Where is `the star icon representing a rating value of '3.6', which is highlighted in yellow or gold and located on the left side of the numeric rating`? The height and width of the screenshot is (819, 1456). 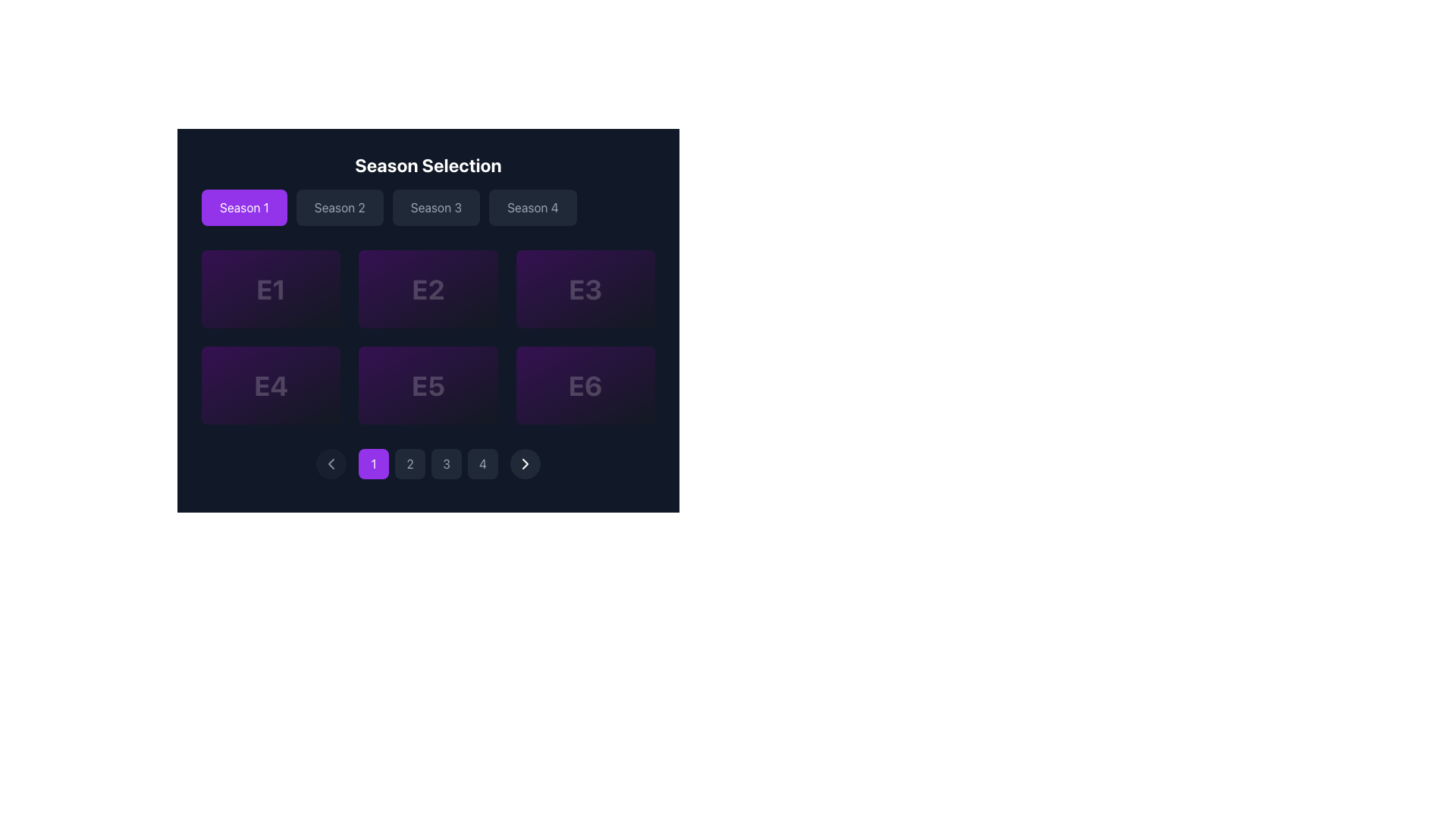
the star icon representing a rating value of '3.6', which is highlighted in yellow or gold and located on the left side of the numeric rating is located at coordinates (218, 345).